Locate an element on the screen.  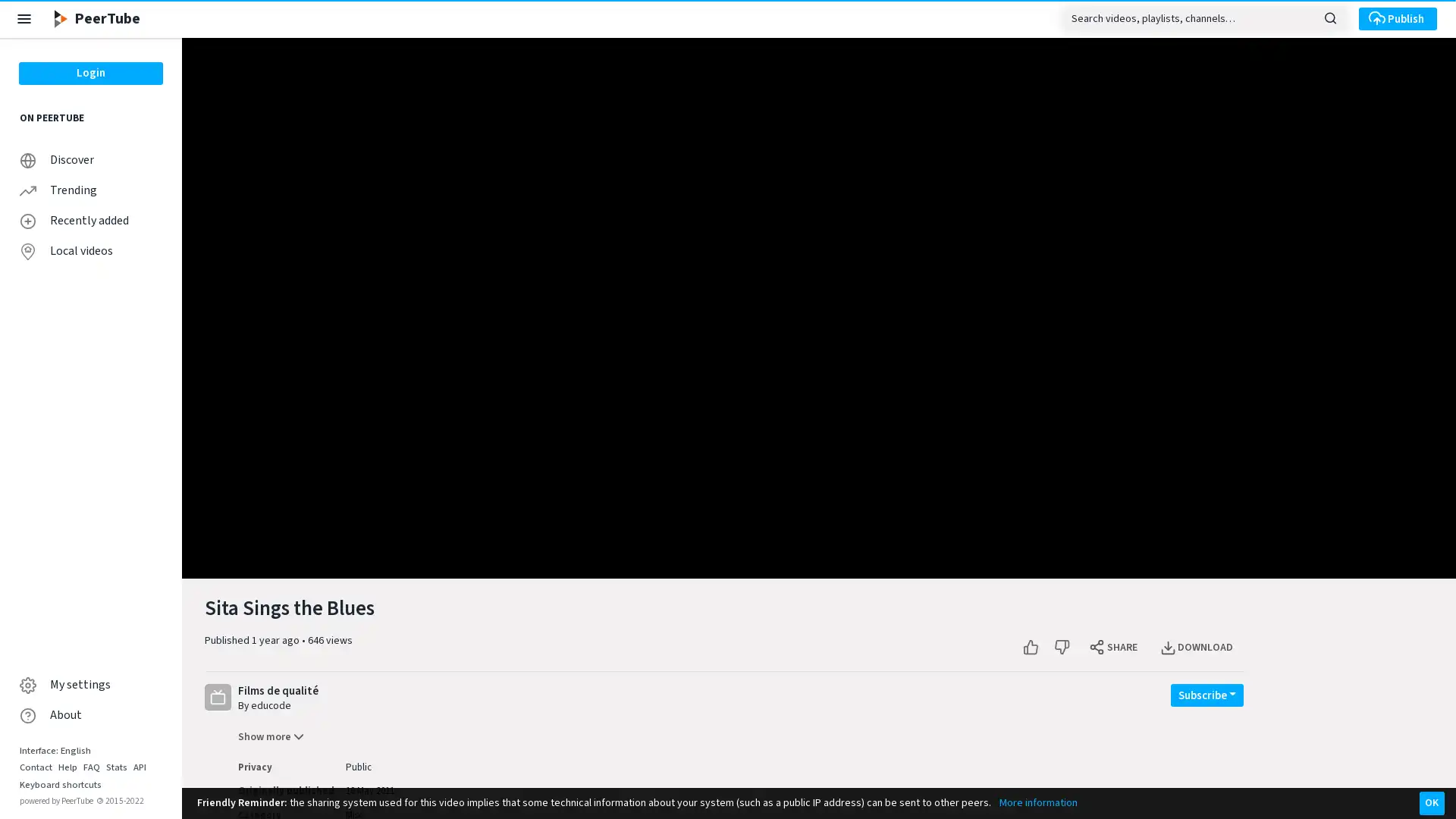
Interface: English is located at coordinates (55, 749).